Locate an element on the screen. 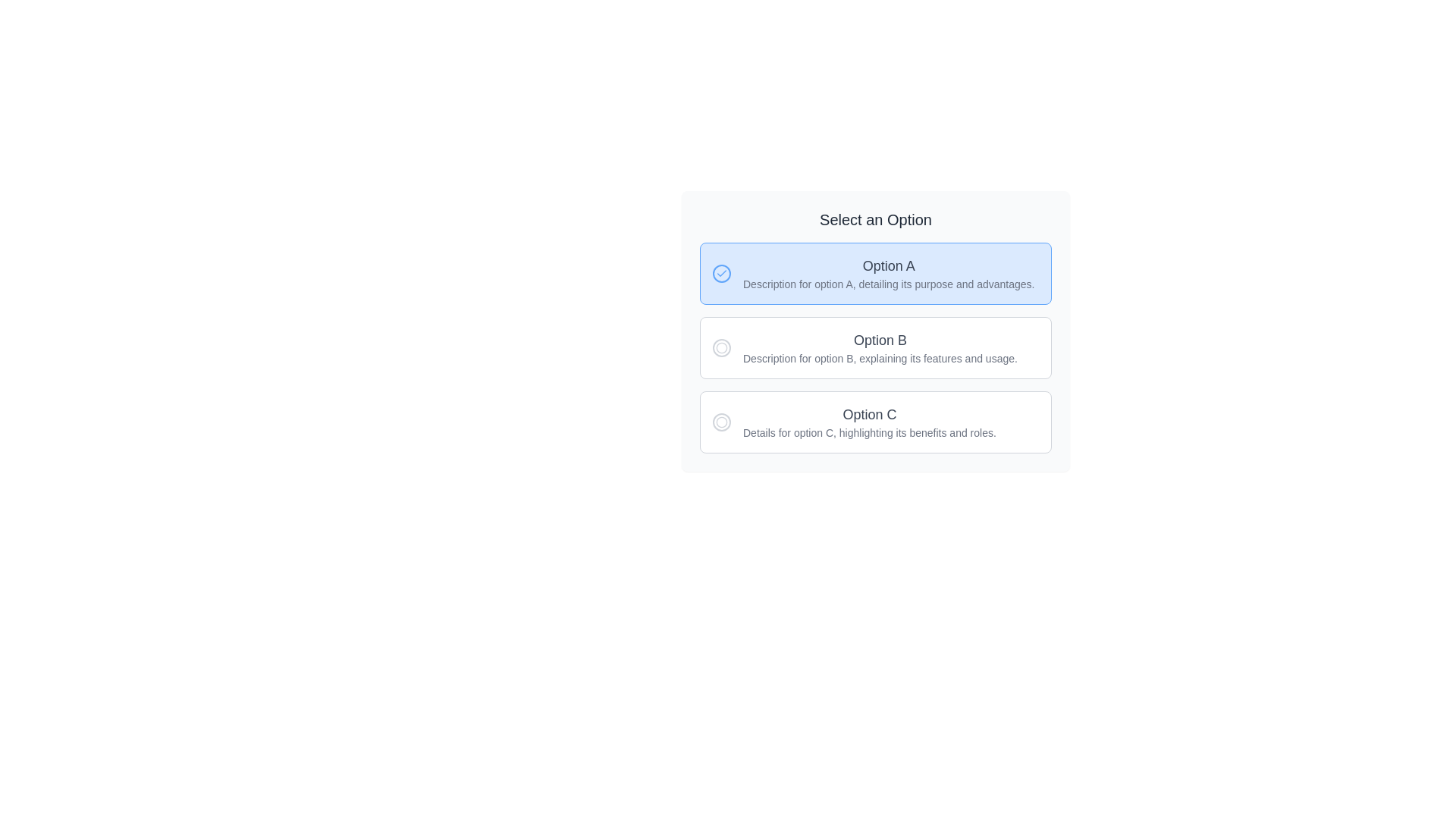 The image size is (1456, 819). the circular radio button next to the Option B label is located at coordinates (720, 348).